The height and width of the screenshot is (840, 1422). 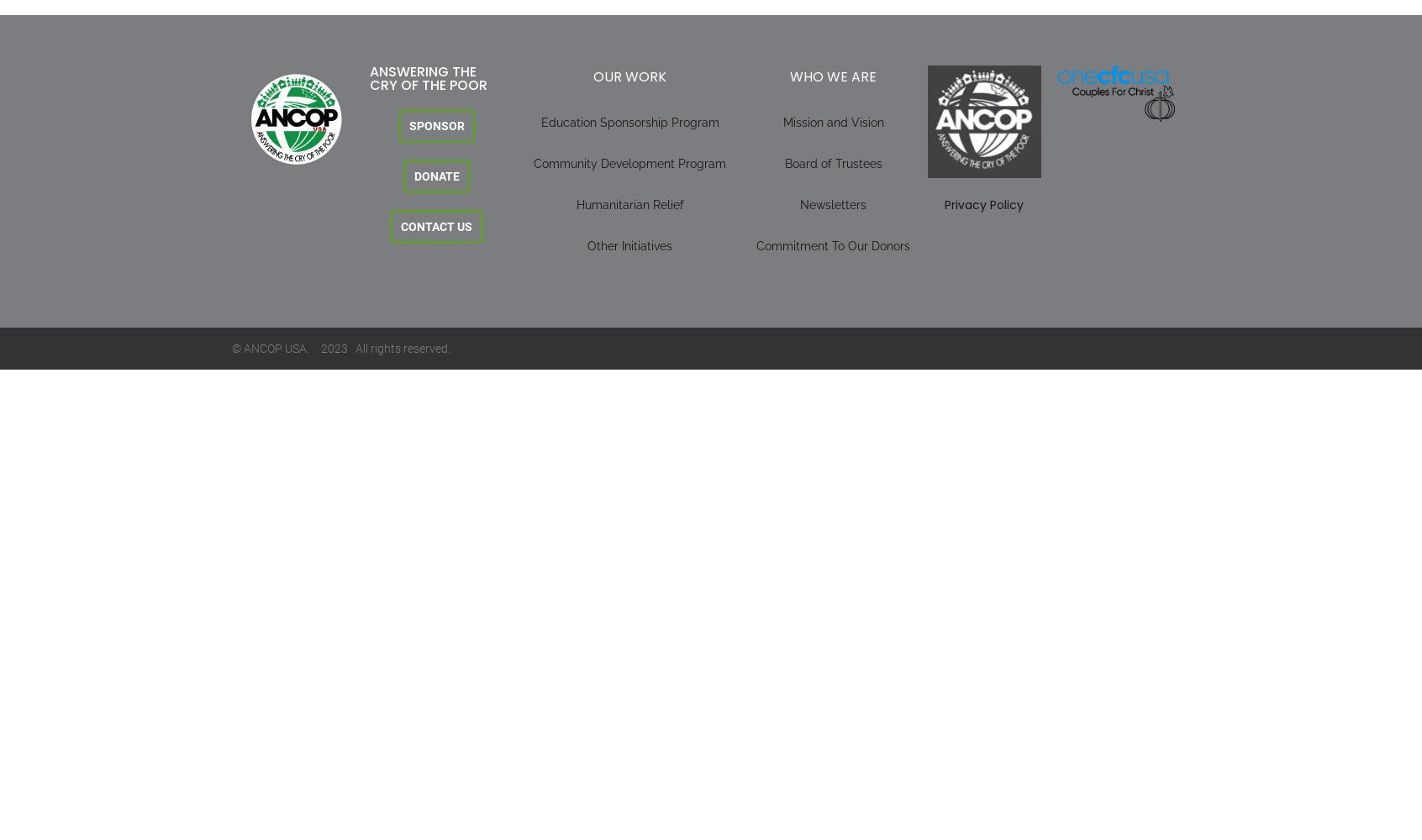 What do you see at coordinates (832, 76) in the screenshot?
I see `'WHO WE ARE'` at bounding box center [832, 76].